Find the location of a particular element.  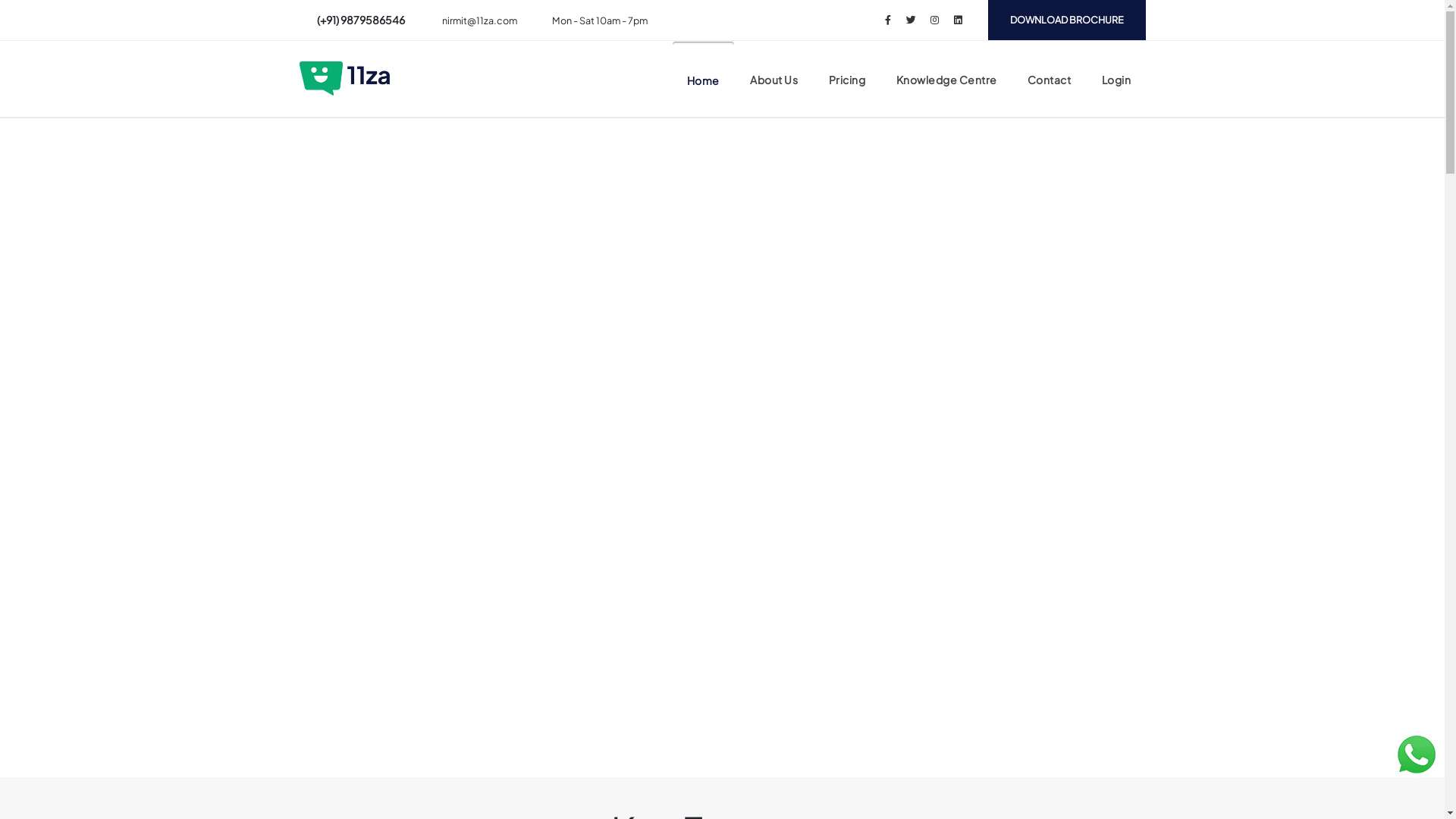

'Login' is located at coordinates (1087, 79).